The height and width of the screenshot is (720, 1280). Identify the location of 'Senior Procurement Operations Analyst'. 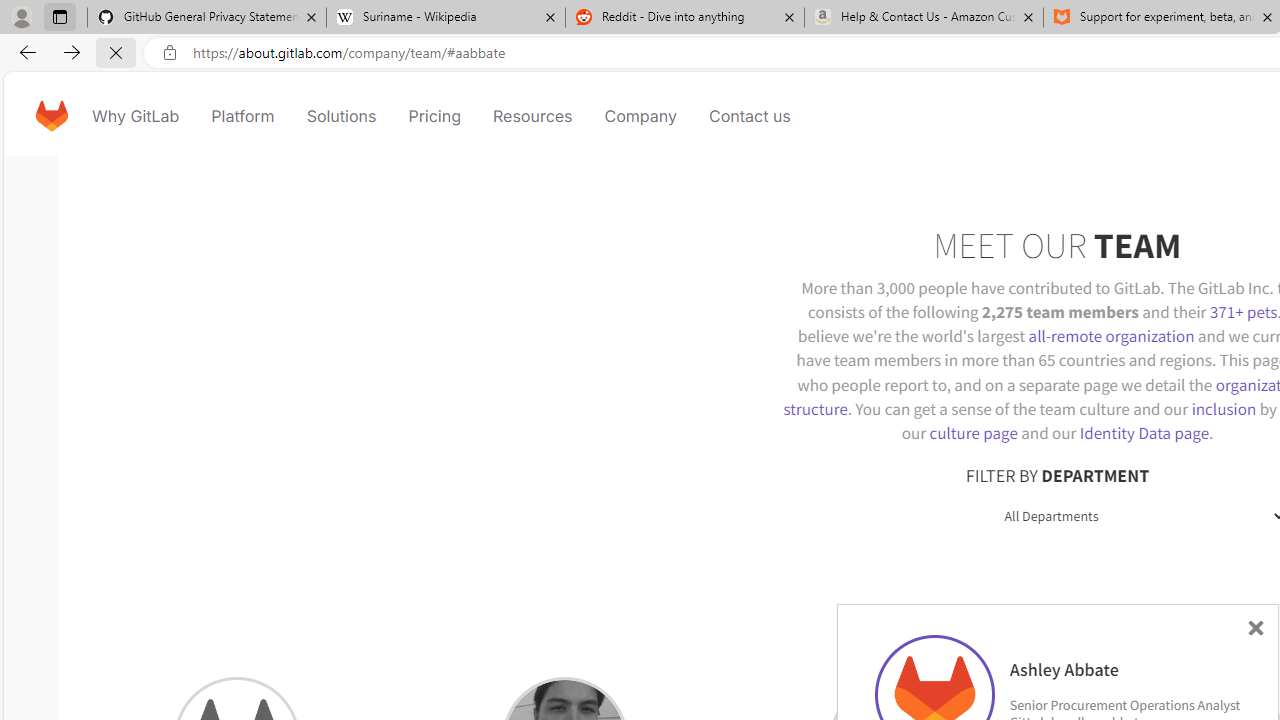
(1125, 703).